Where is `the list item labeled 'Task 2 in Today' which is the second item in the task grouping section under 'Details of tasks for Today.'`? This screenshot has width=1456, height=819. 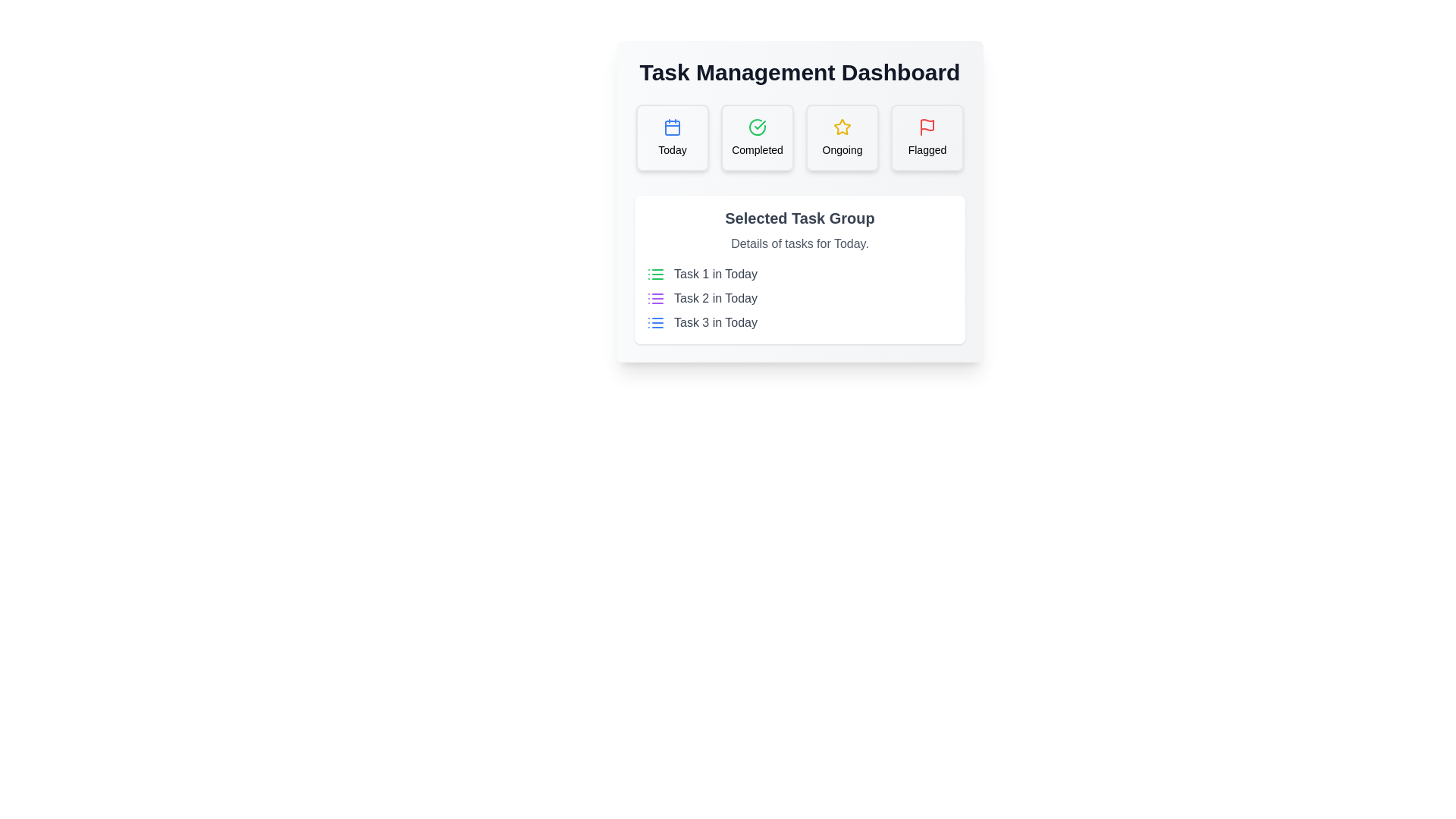
the list item labeled 'Task 2 in Today' which is the second item in the task grouping section under 'Details of tasks for Today.' is located at coordinates (799, 298).